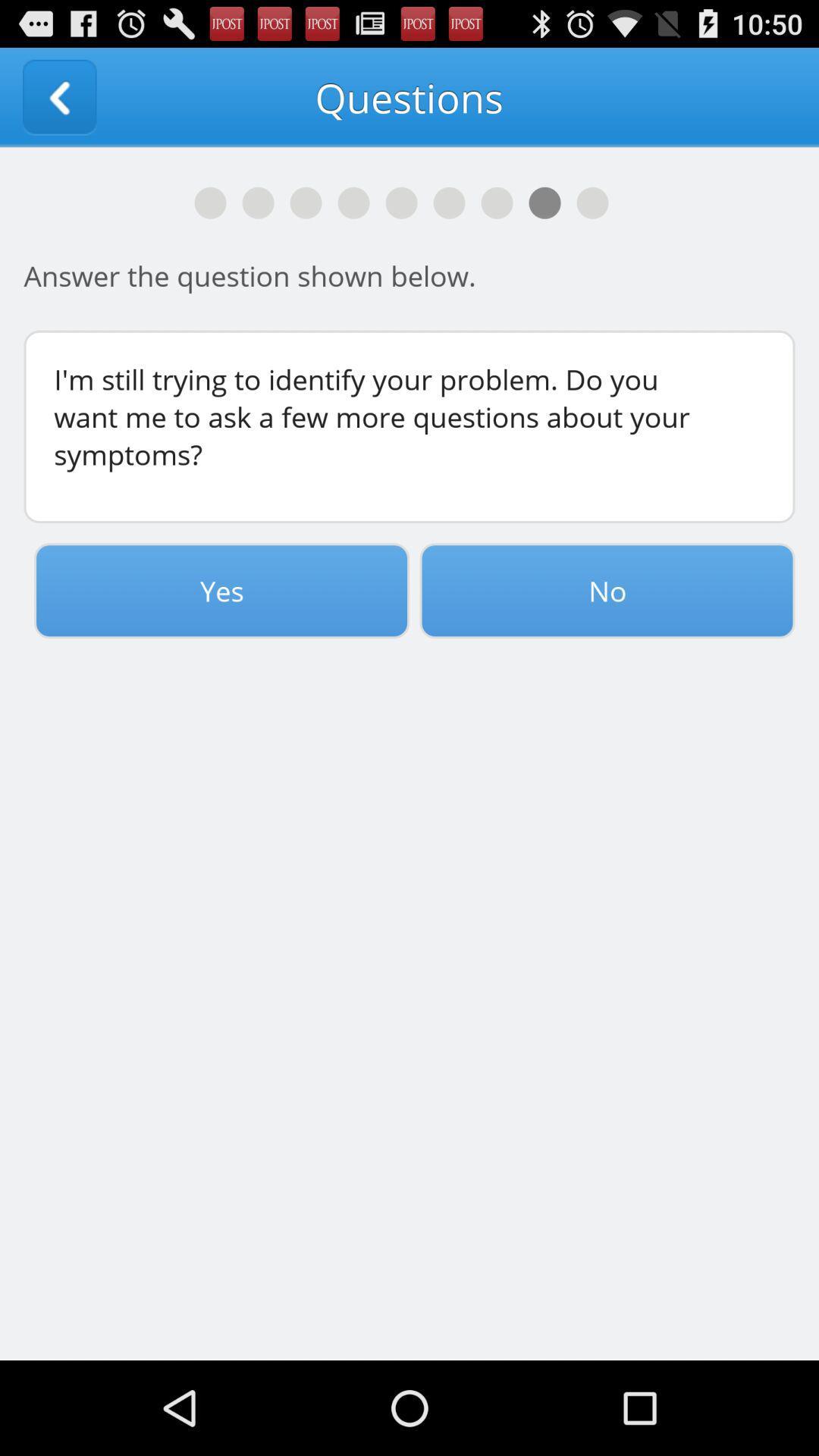  I want to click on the item below the i m still, so click(607, 590).